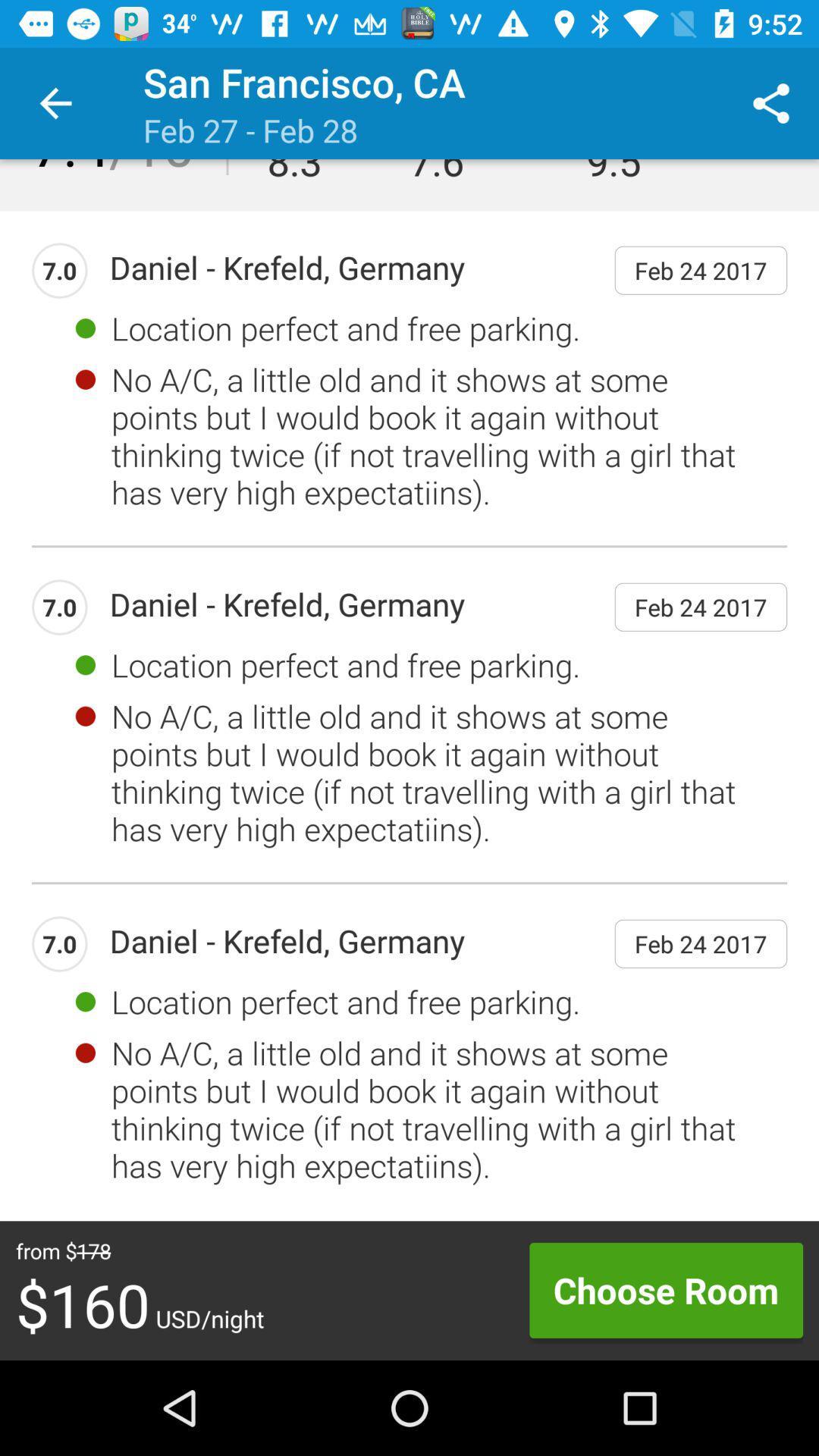  I want to click on icon next to the $160 usd/night, so click(665, 1289).